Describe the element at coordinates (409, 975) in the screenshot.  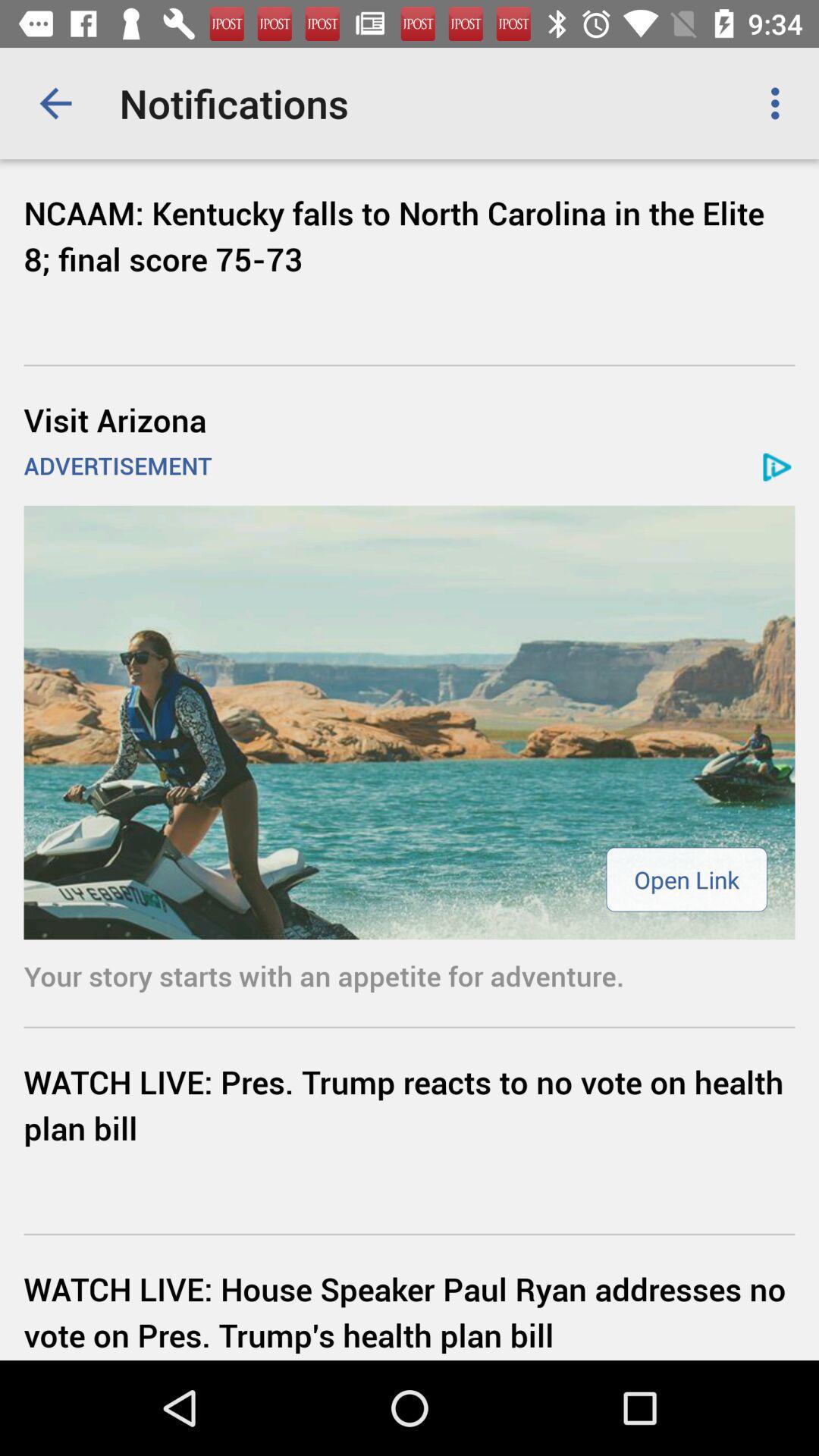
I see `your story starts` at that location.